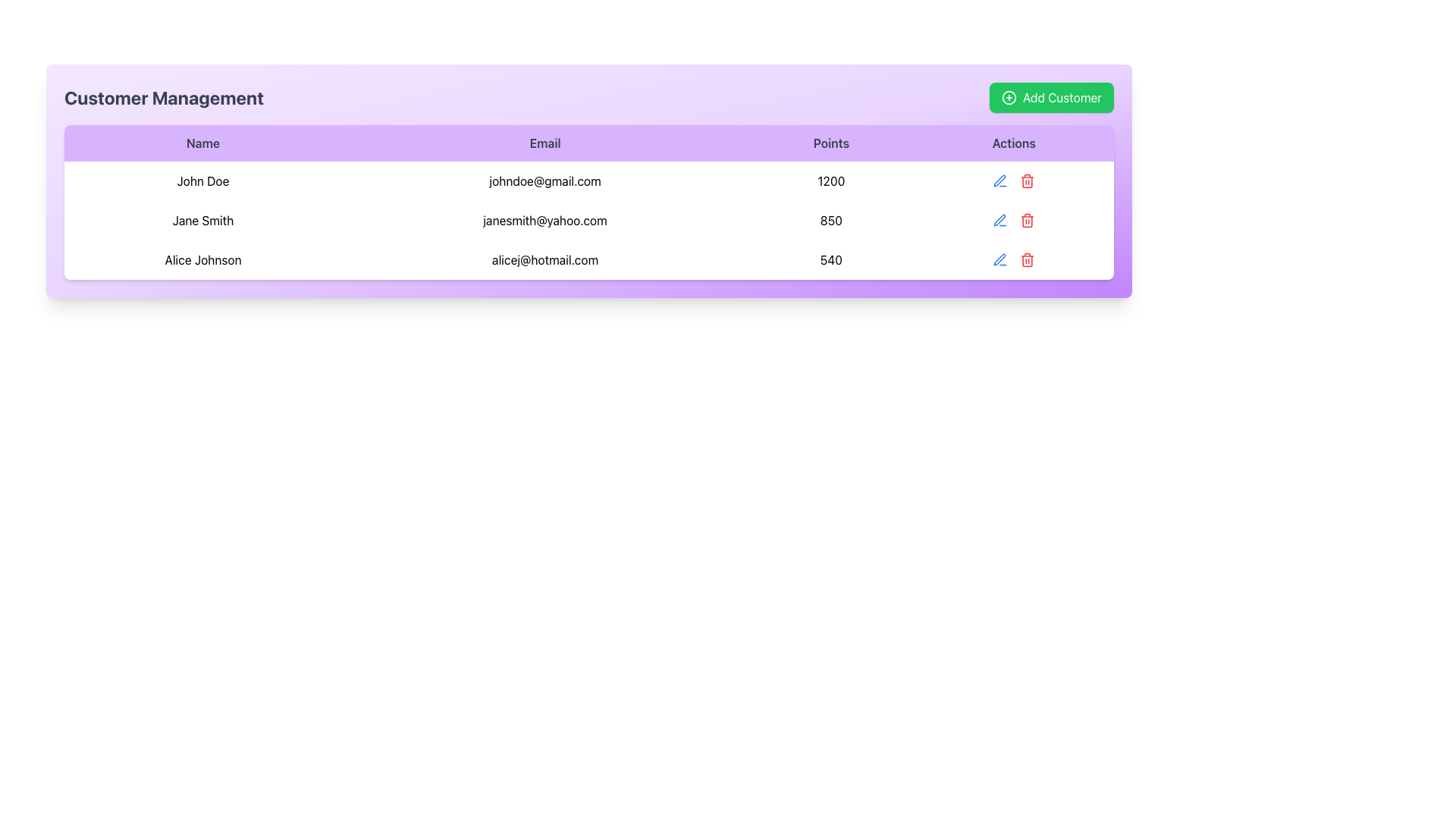 This screenshot has width=1456, height=819. I want to click on the red trash can icon in the 'Actions' column of the first row of the table to initiate a delete action, so click(1028, 180).